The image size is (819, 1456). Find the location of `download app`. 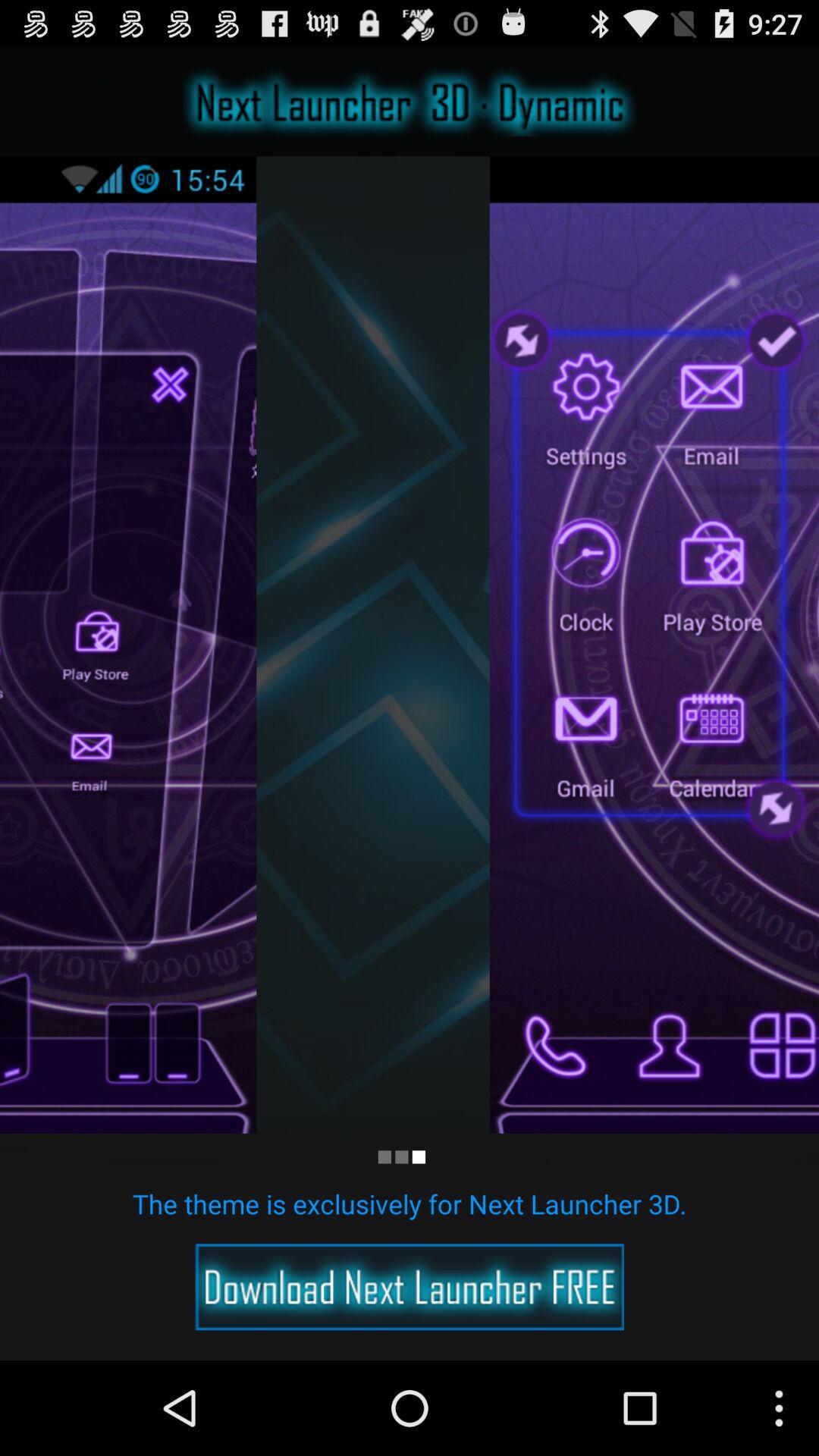

download app is located at coordinates (409, 1286).